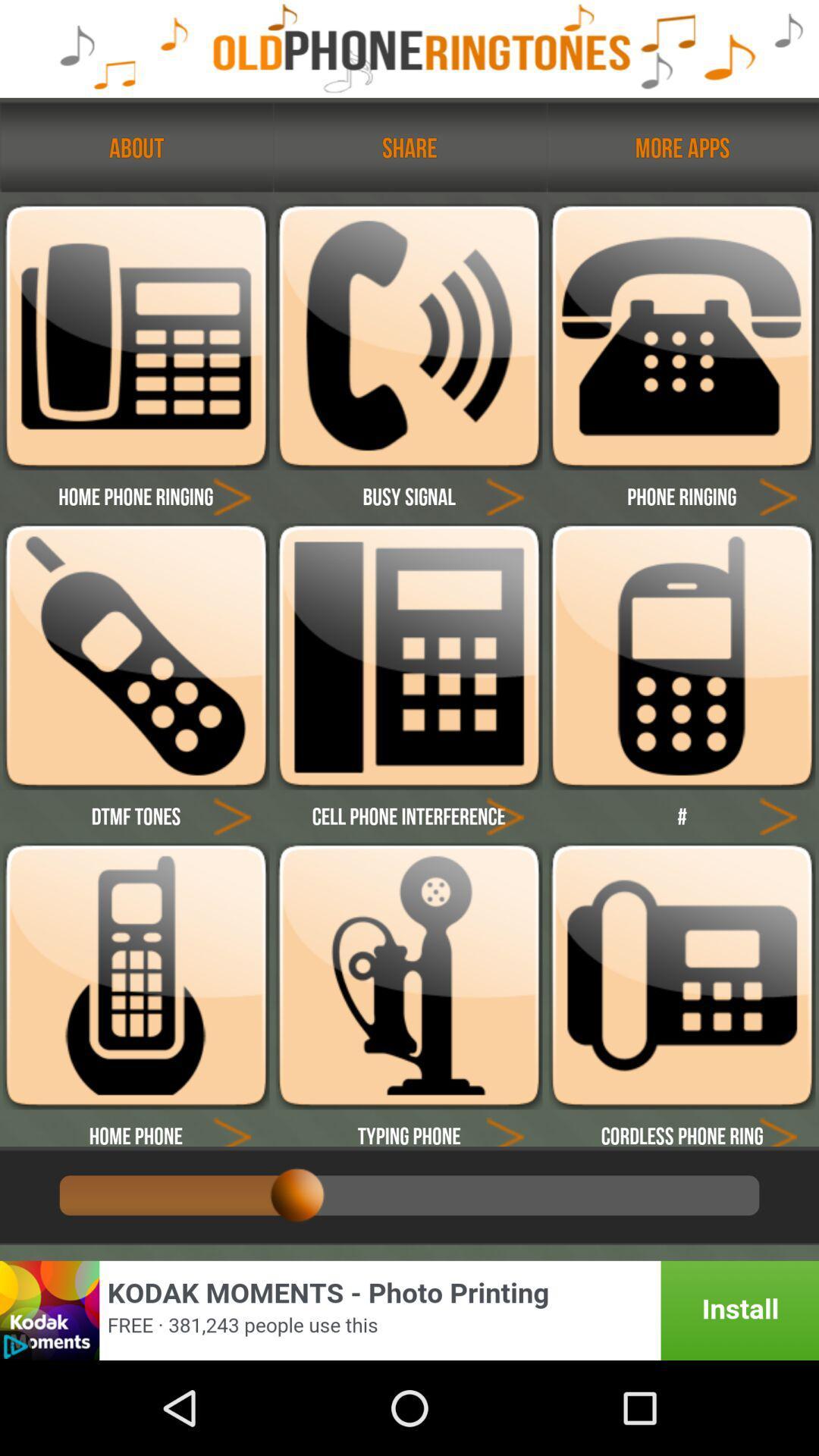  Describe the element at coordinates (505, 814) in the screenshot. I see `next` at that location.